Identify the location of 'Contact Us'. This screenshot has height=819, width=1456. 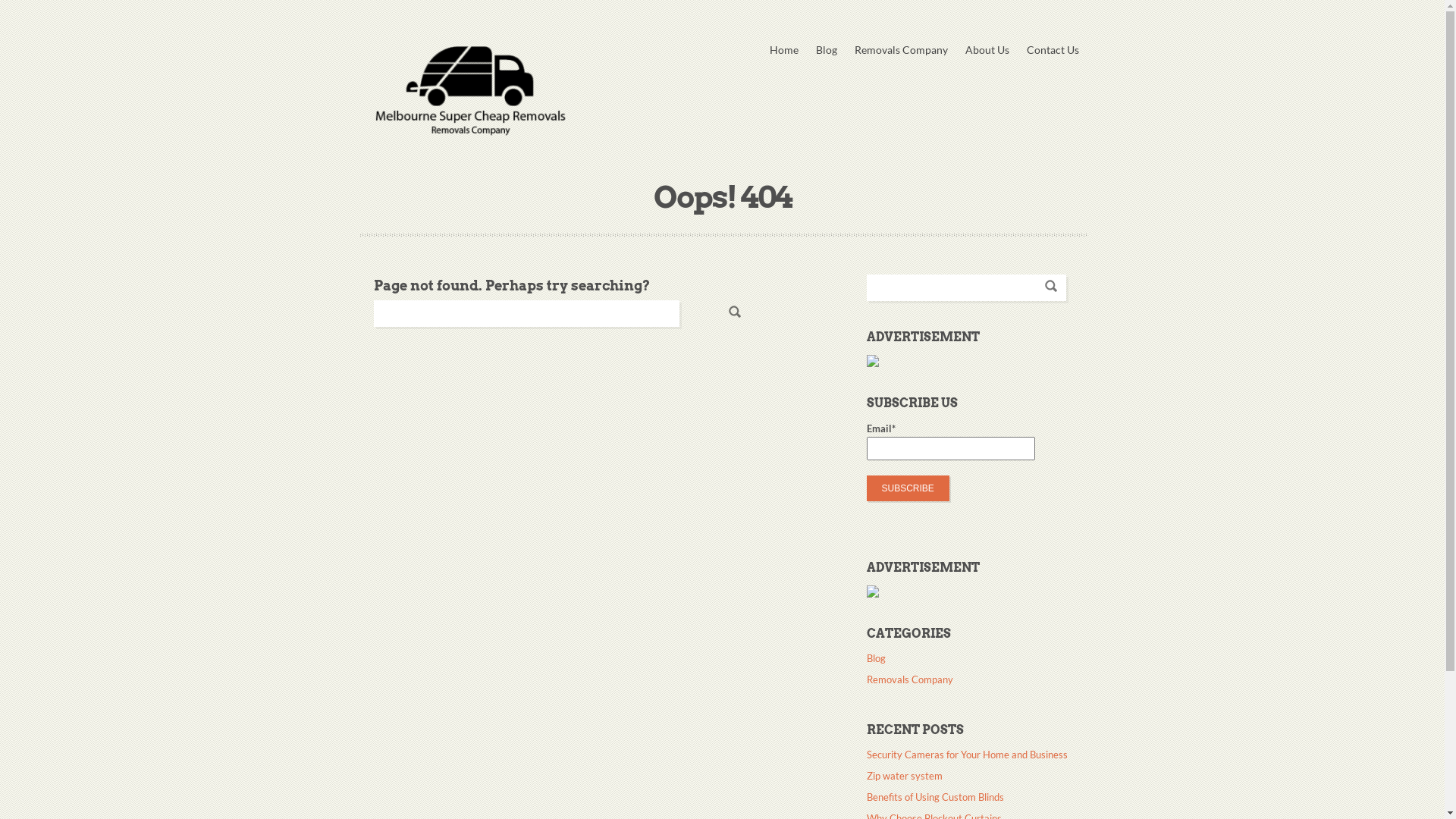
(1052, 49).